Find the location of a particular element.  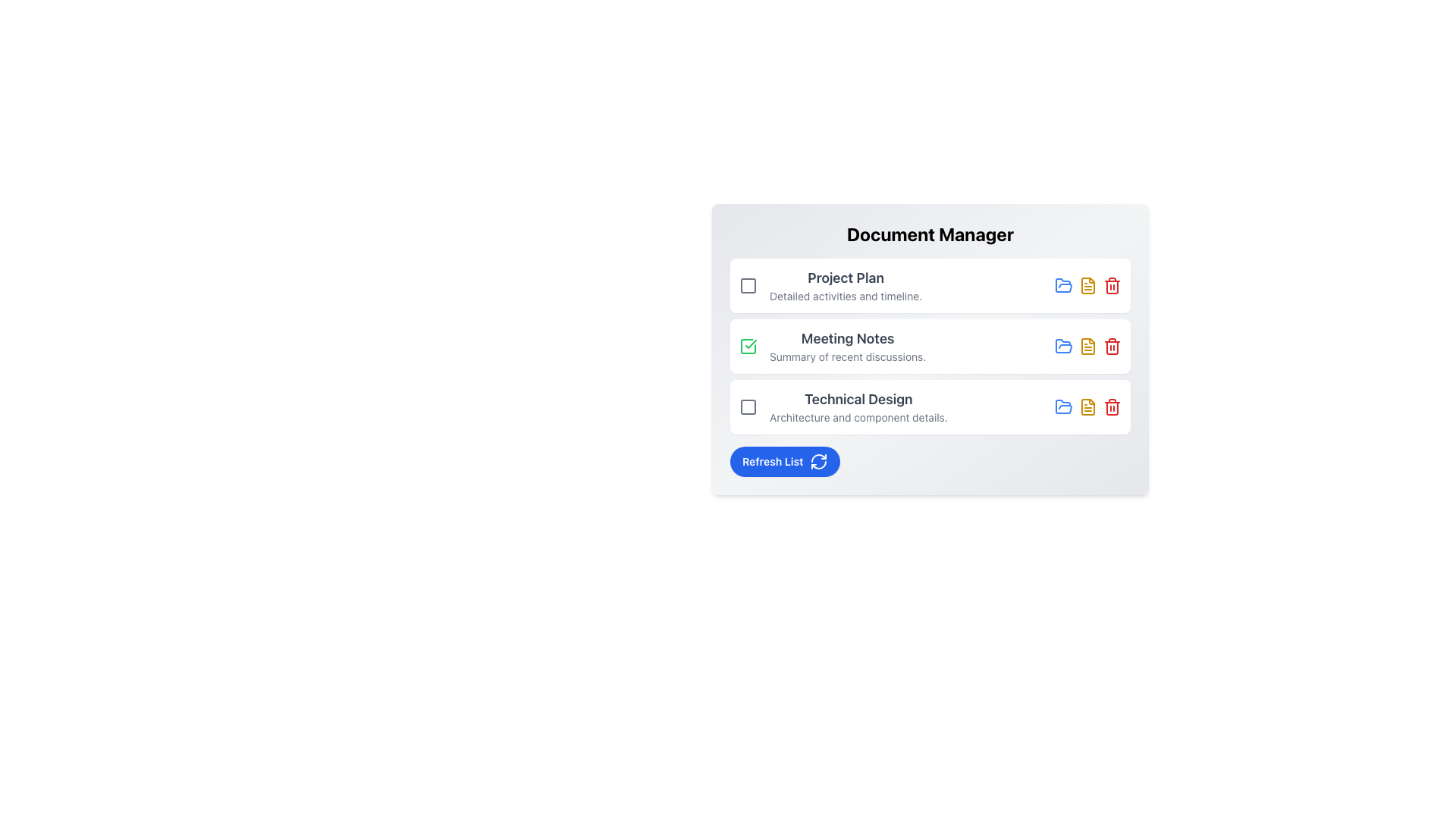

the static text label displaying 'Summary of recent discussions.' positioned below the 'Meeting Notes' heading is located at coordinates (847, 356).